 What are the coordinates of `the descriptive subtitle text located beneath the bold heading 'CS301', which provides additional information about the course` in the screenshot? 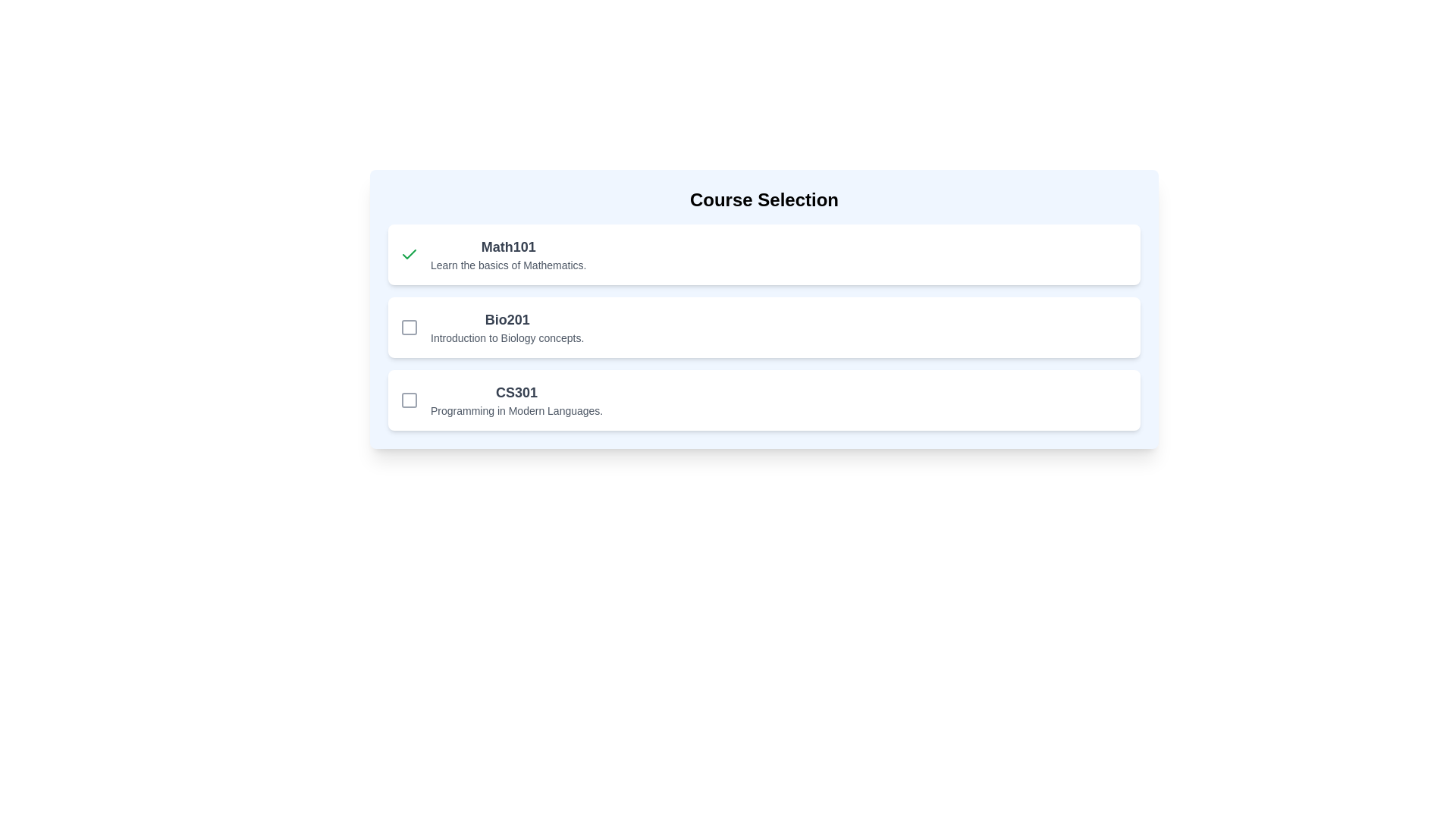 It's located at (516, 411).